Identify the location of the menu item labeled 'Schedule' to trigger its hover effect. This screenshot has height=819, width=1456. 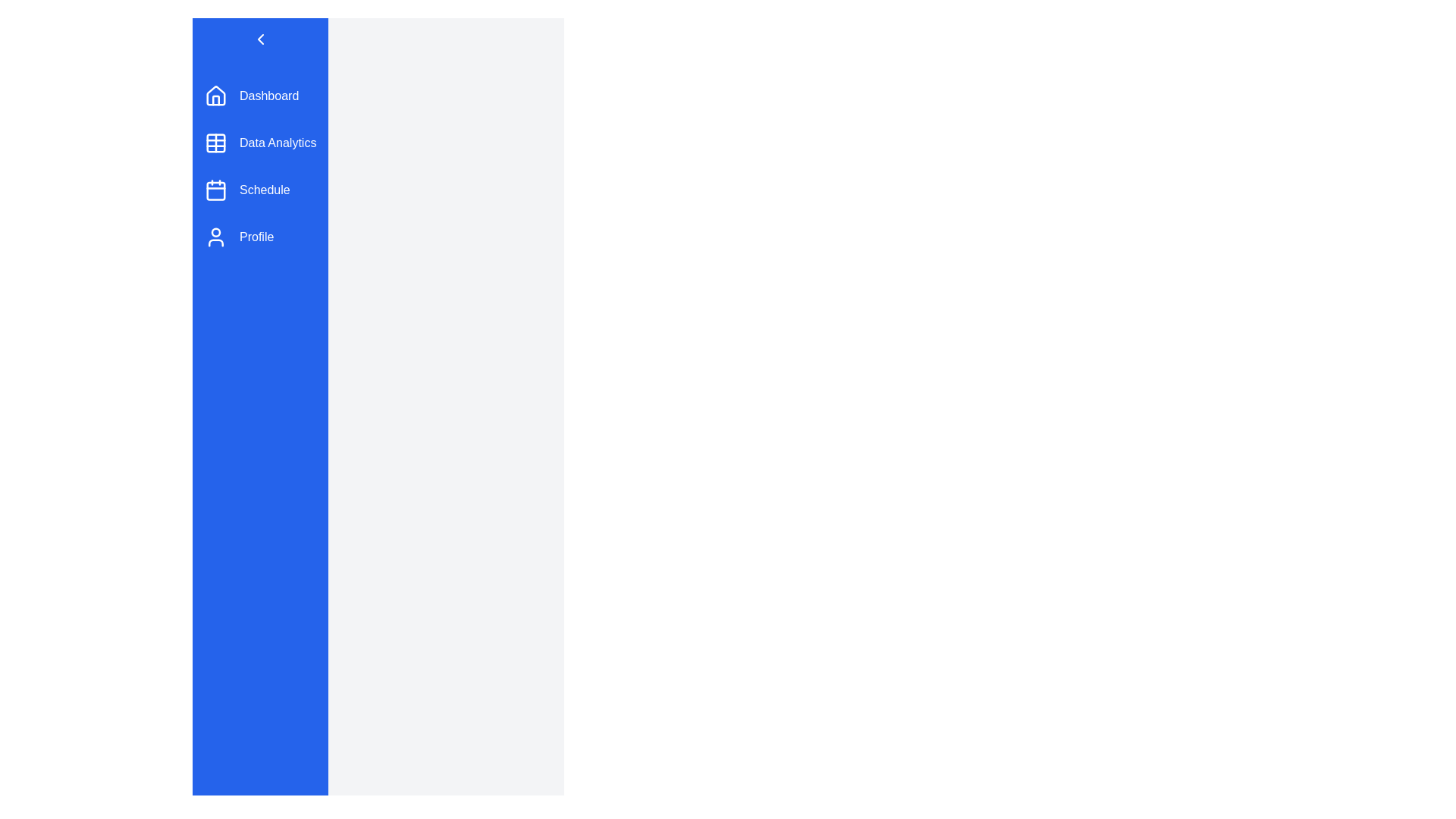
(260, 189).